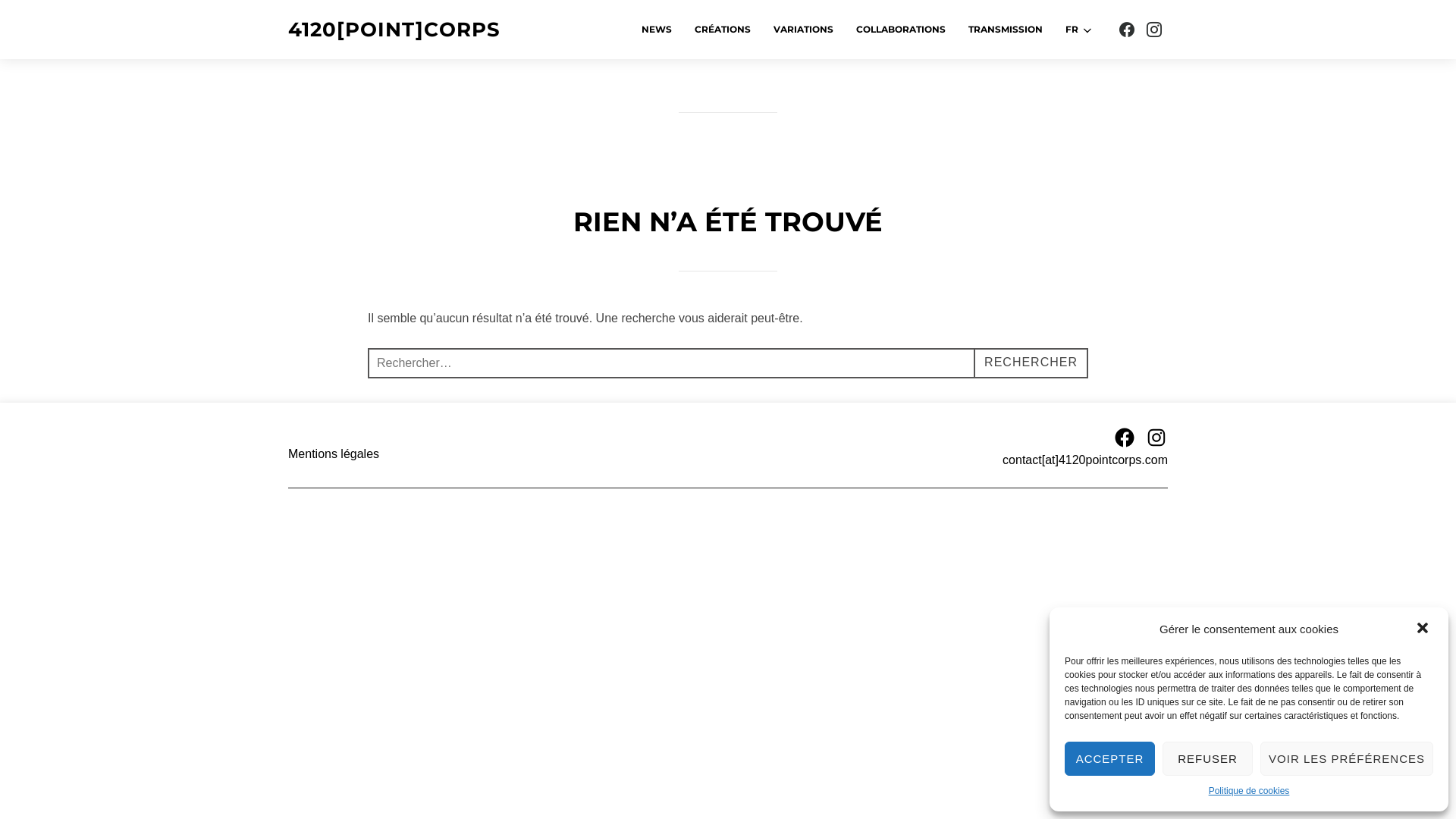 Image resolution: width=1456 pixels, height=819 pixels. I want to click on '4120[POINT]CORPS', so click(287, 30).